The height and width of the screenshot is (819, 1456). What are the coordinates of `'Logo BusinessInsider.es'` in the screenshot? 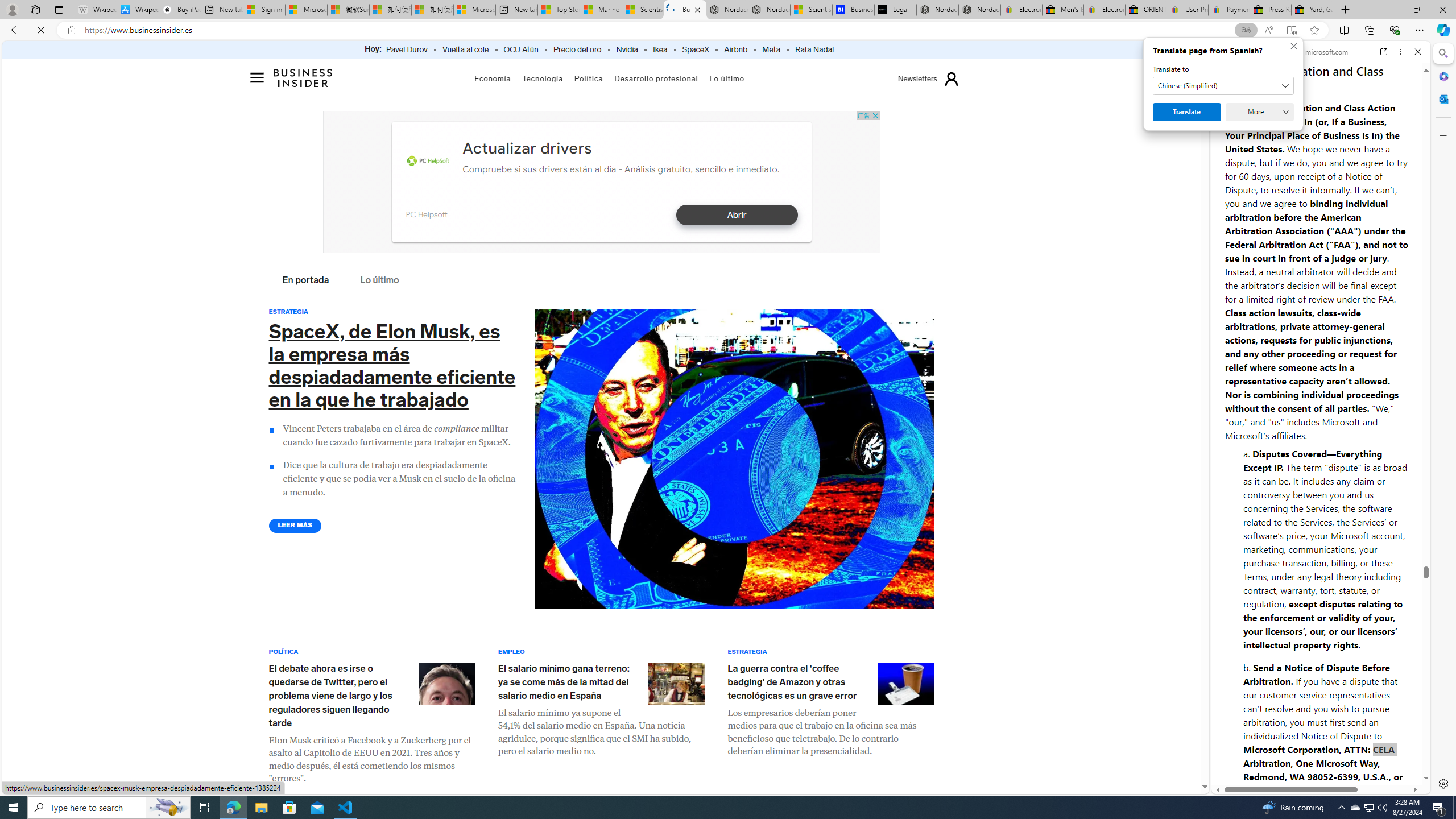 It's located at (303, 77).